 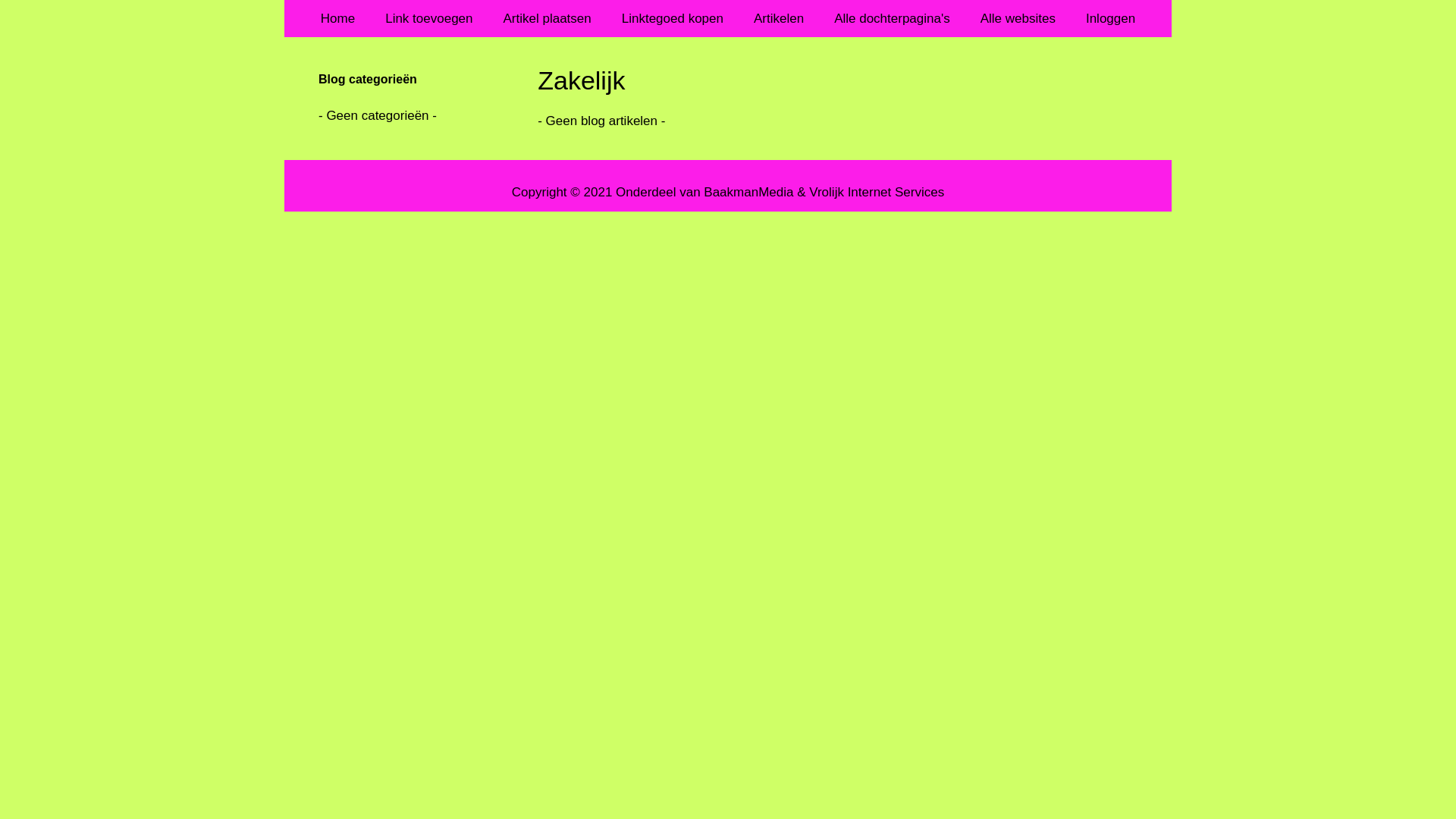 What do you see at coordinates (337, 18) in the screenshot?
I see `'Home'` at bounding box center [337, 18].